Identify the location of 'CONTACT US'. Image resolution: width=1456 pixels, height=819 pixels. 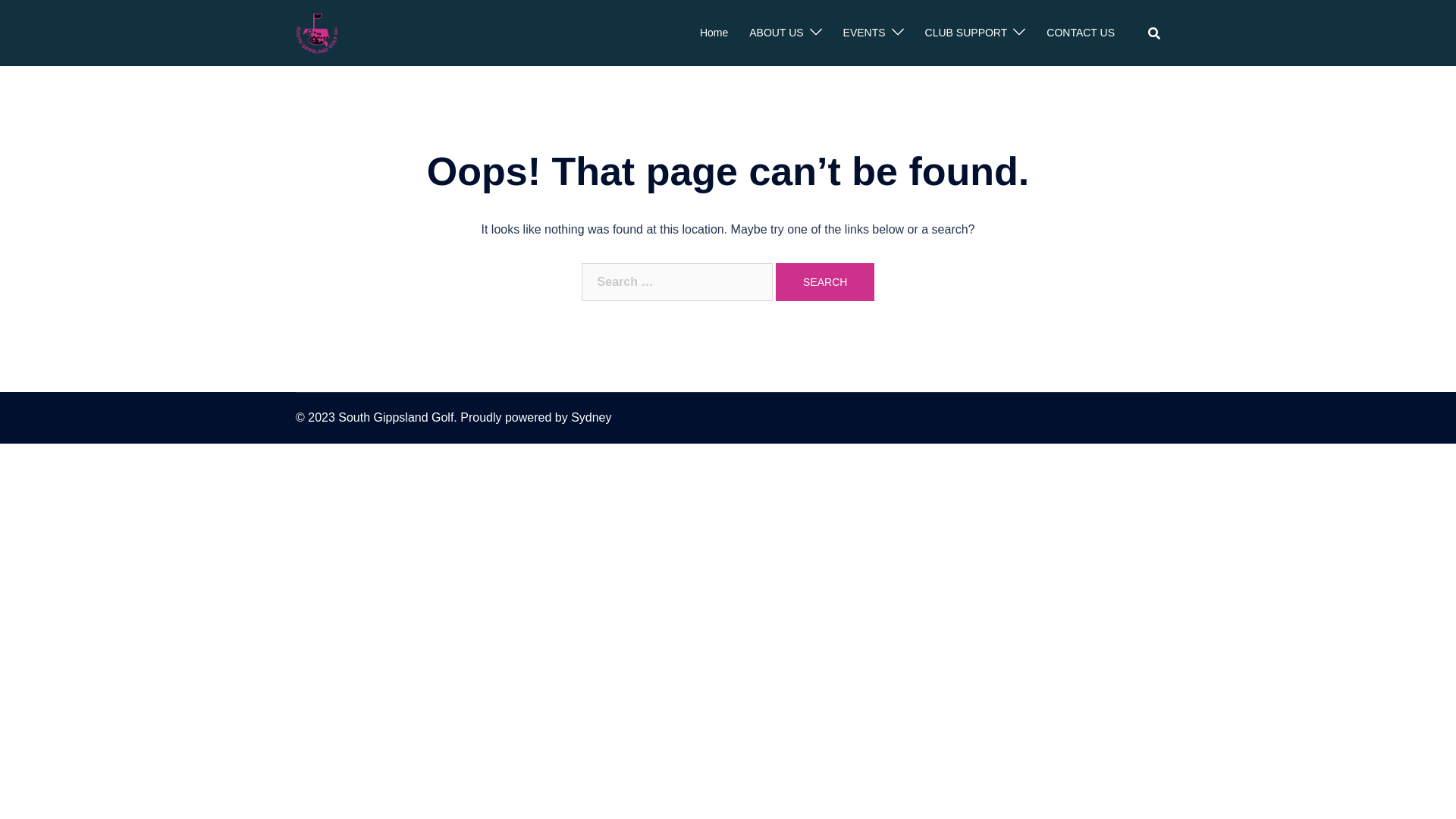
(1046, 33).